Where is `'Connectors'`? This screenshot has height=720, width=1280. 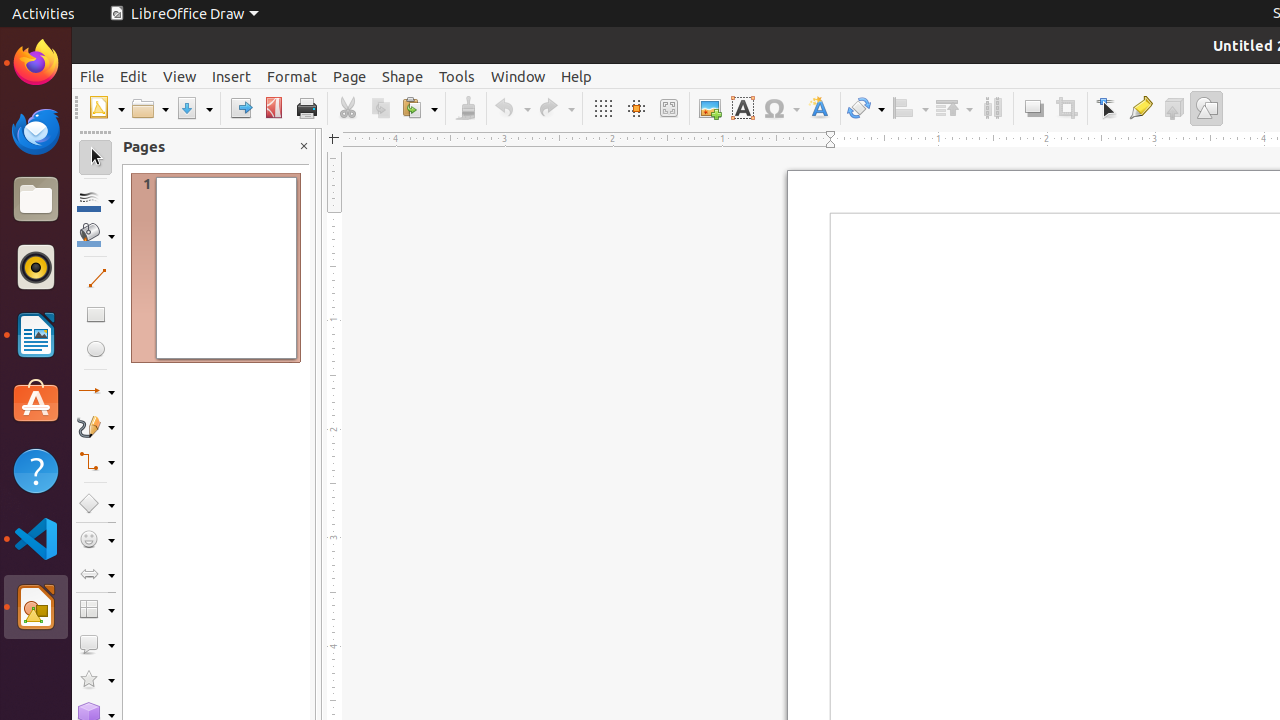 'Connectors' is located at coordinates (95, 461).